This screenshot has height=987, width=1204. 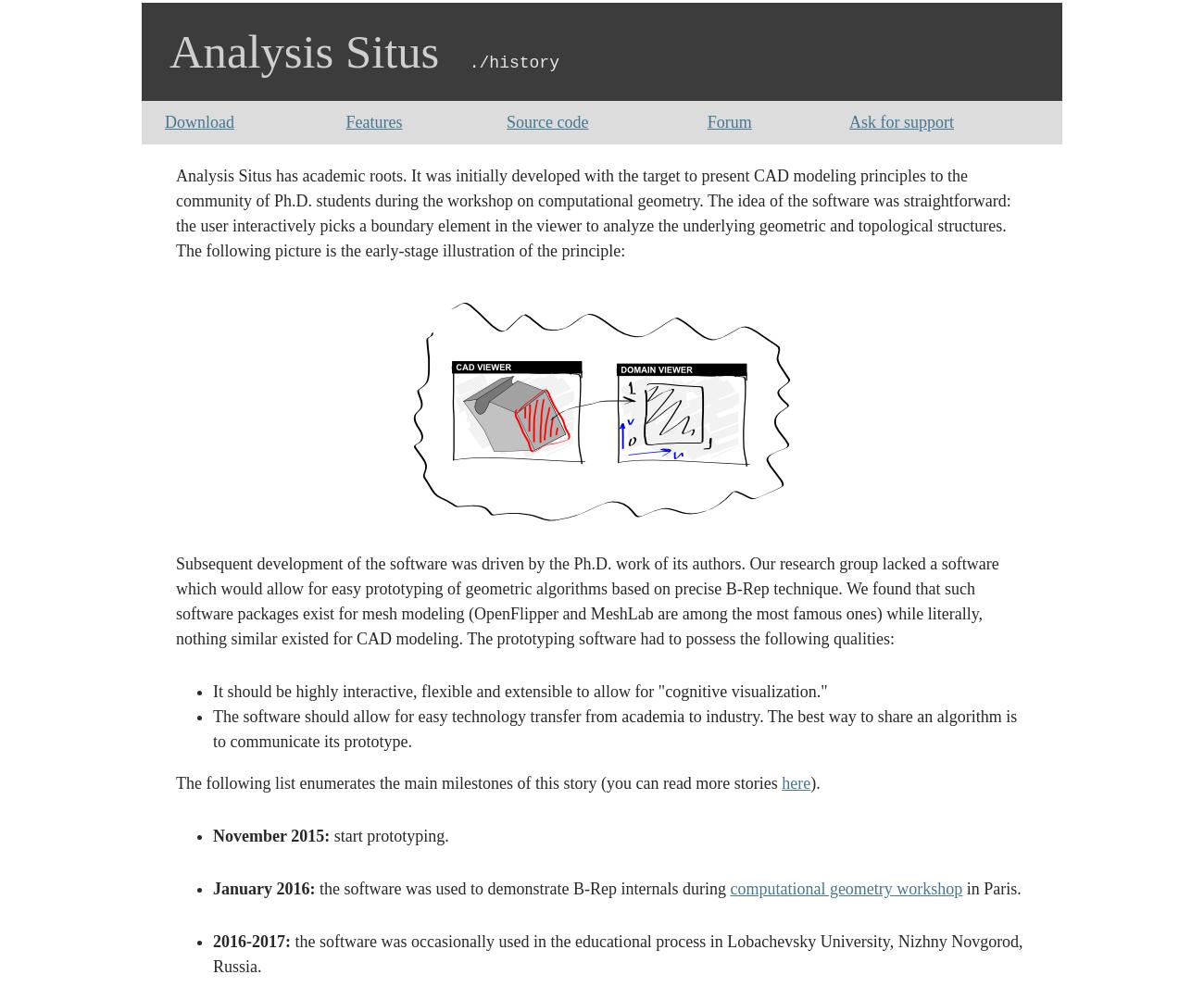 What do you see at coordinates (389, 836) in the screenshot?
I see `'start prototyping.'` at bounding box center [389, 836].